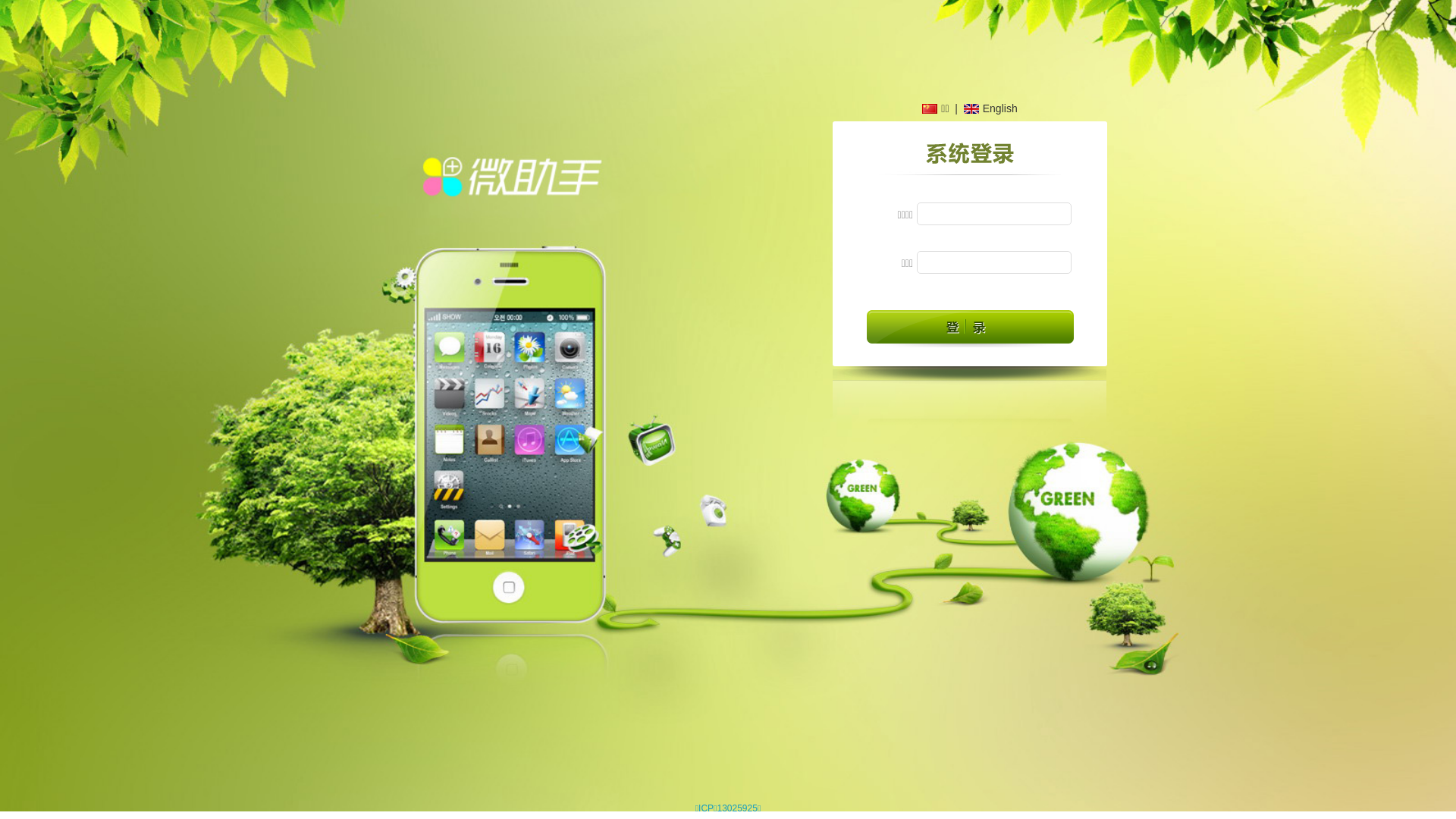  What do you see at coordinates (990, 107) in the screenshot?
I see `'English'` at bounding box center [990, 107].